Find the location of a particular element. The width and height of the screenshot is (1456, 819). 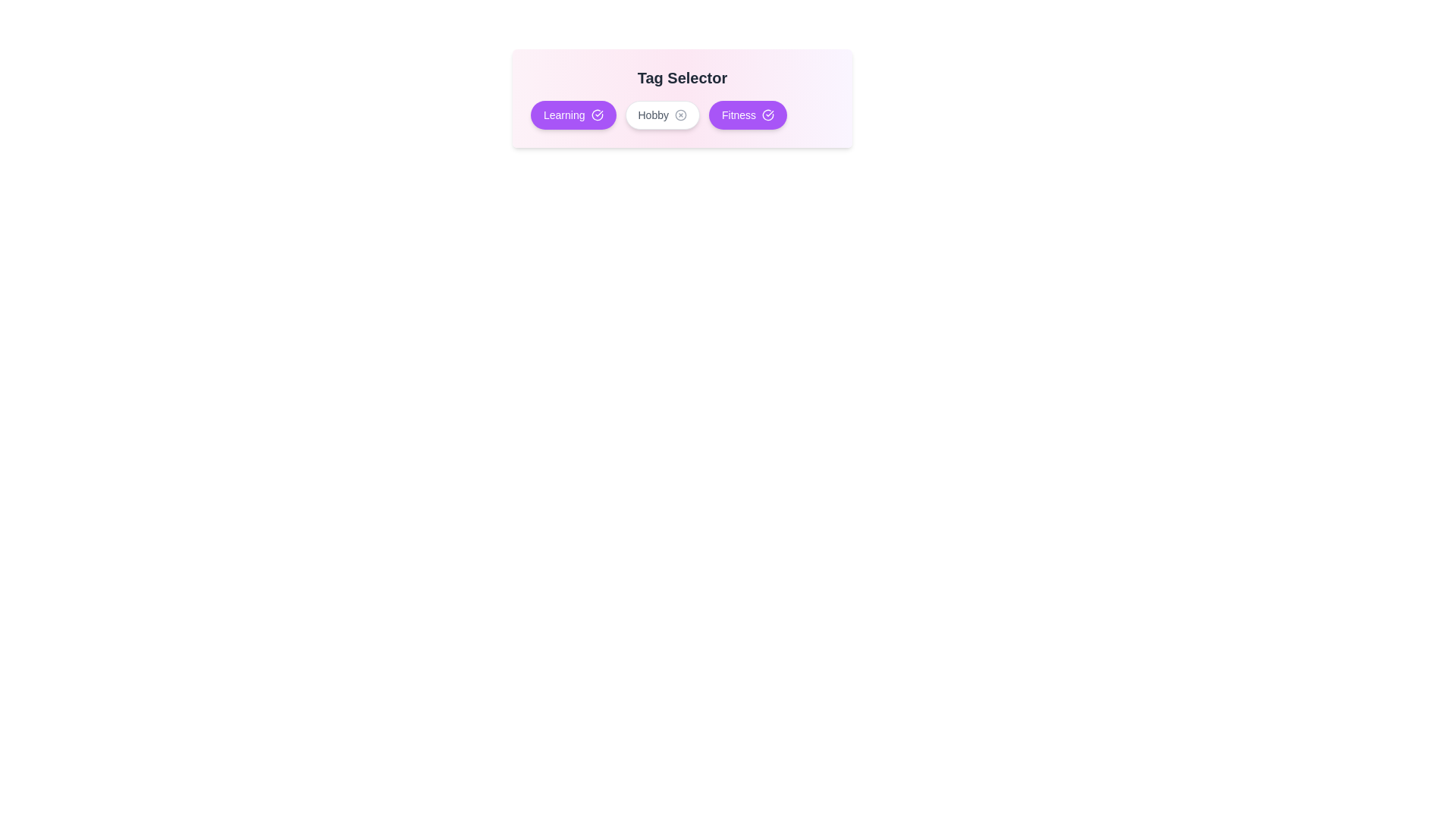

the tag Learning is located at coordinates (573, 114).